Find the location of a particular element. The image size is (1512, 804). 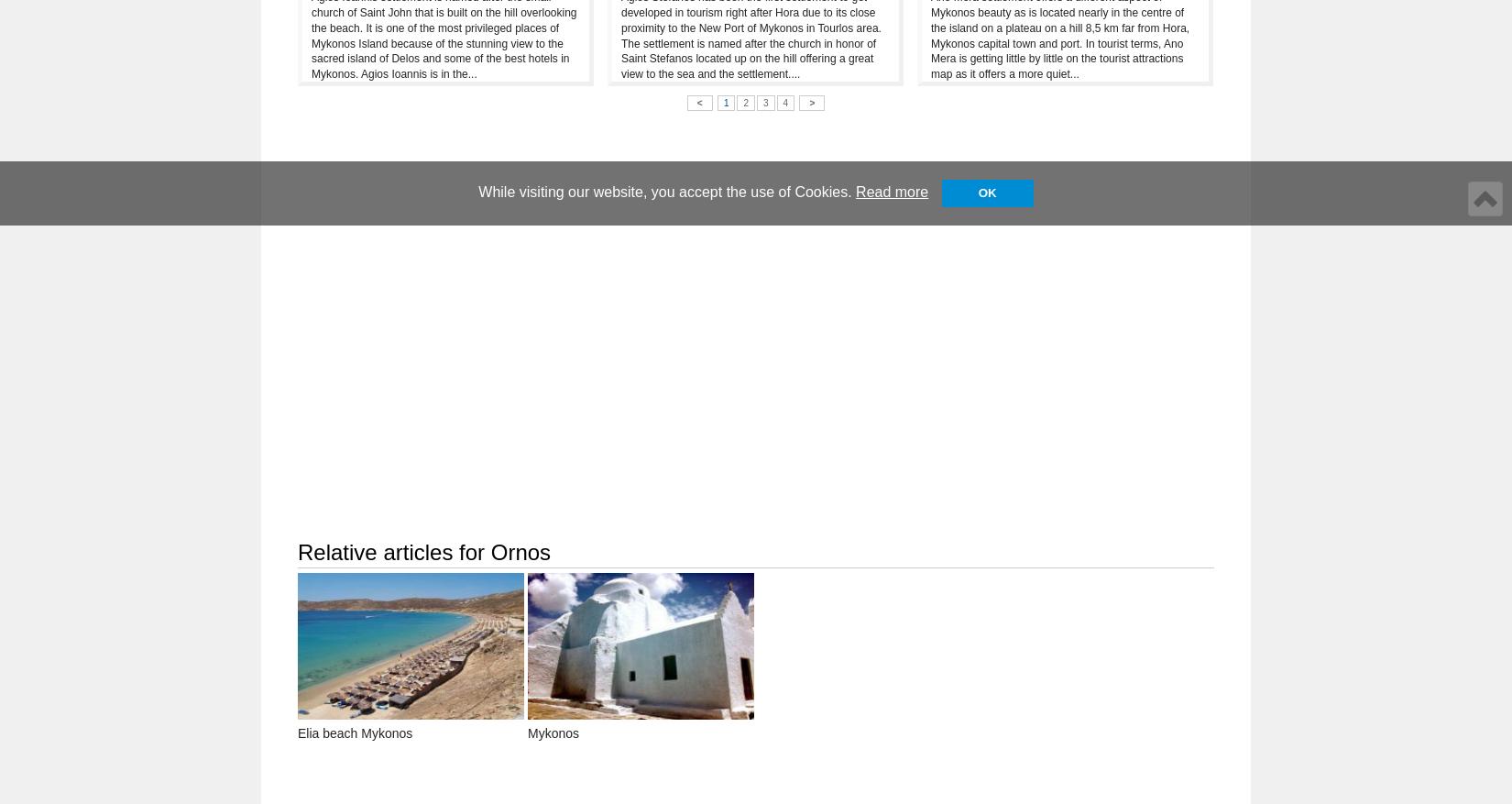

'1' is located at coordinates (725, 102).